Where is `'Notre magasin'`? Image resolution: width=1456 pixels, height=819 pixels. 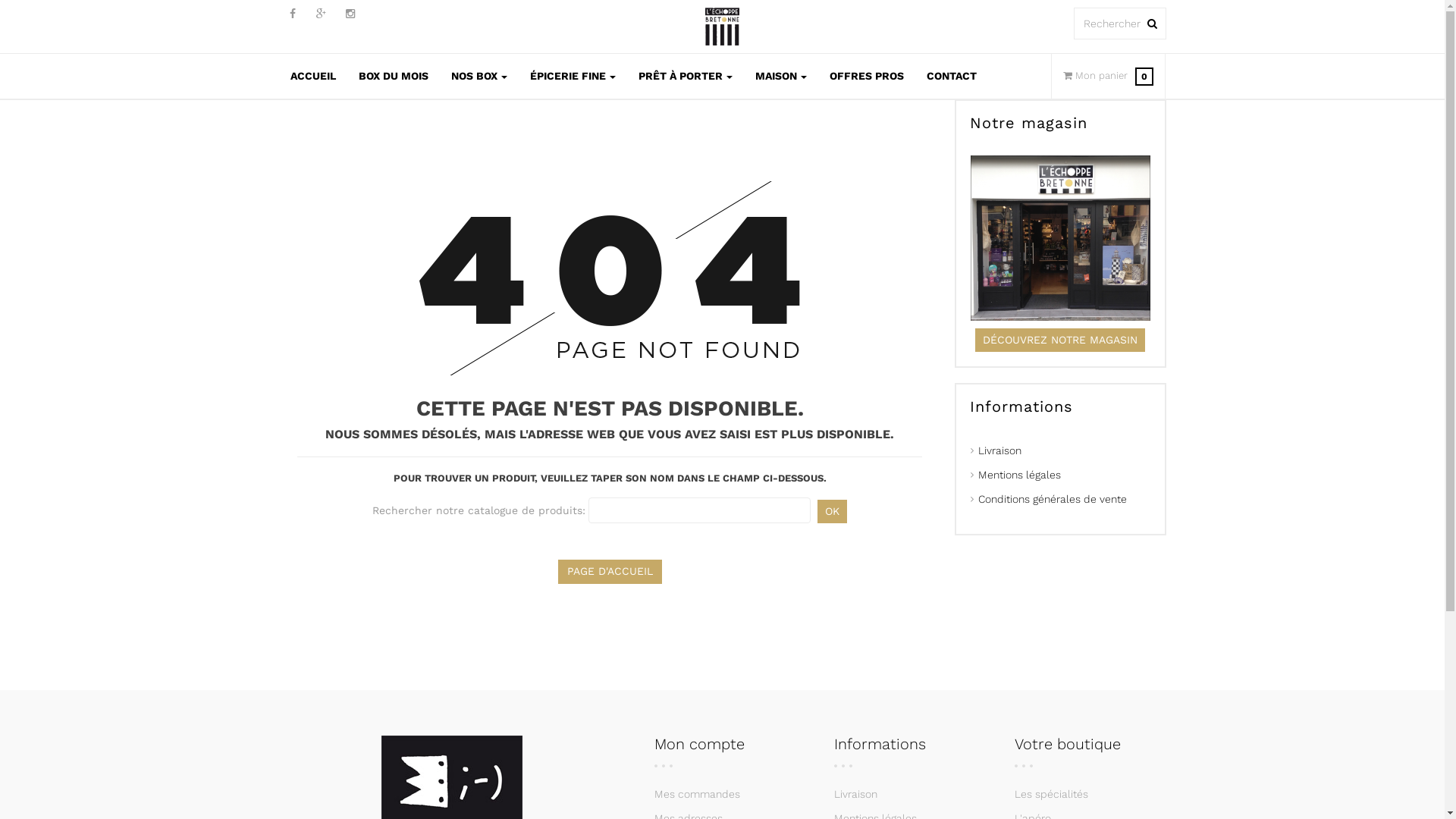
'Notre magasin' is located at coordinates (1059, 237).